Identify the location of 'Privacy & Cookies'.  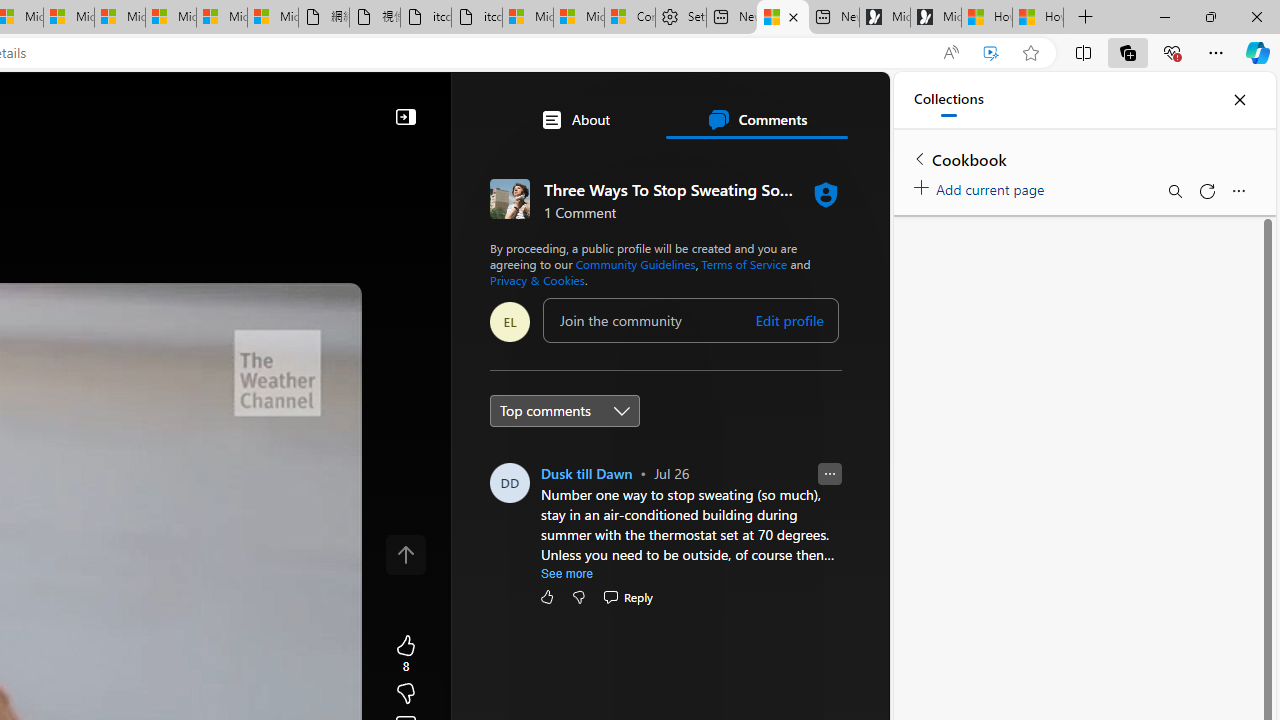
(537, 280).